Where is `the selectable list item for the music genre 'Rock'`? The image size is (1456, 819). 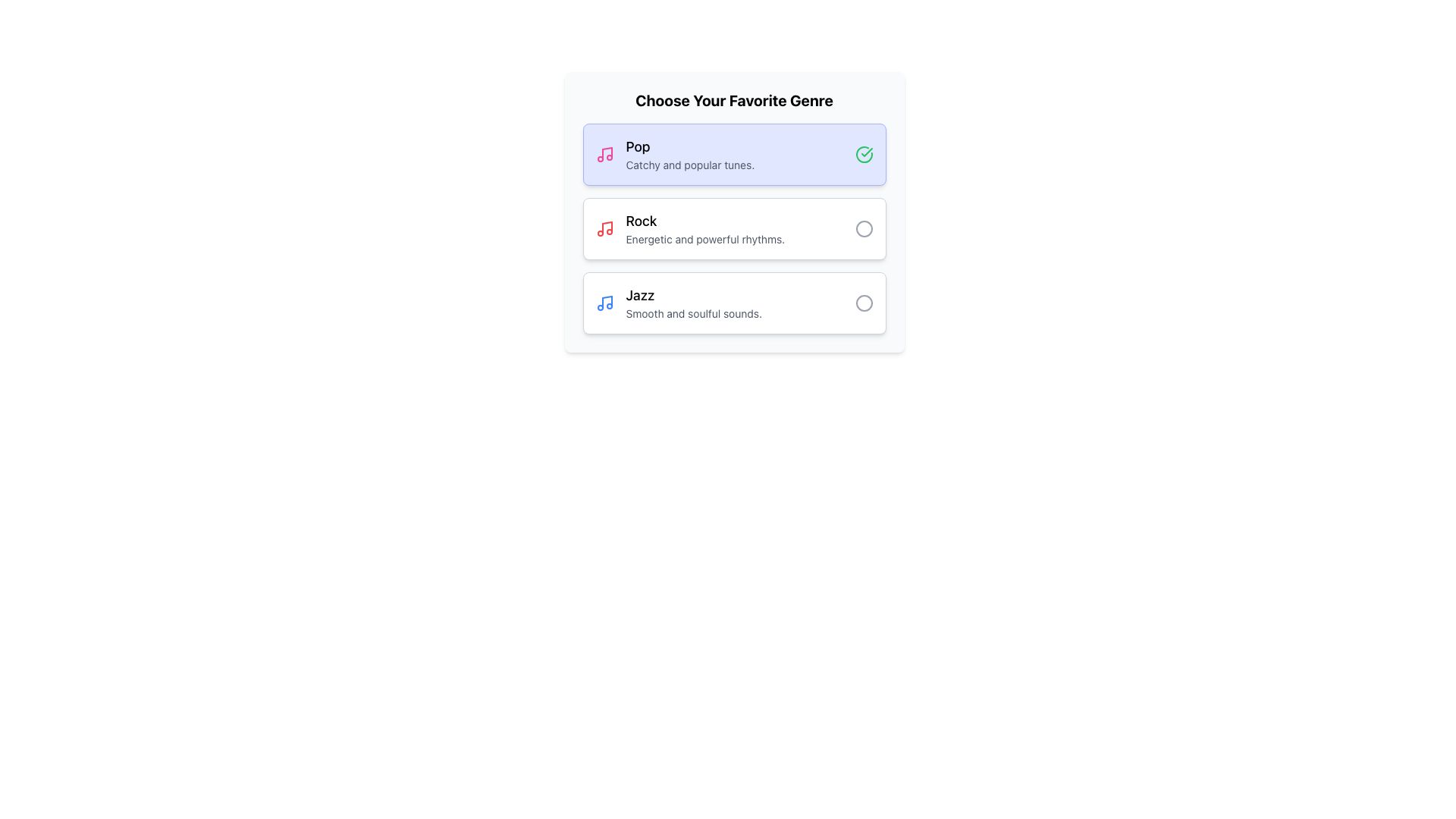 the selectable list item for the music genre 'Rock' is located at coordinates (734, 228).